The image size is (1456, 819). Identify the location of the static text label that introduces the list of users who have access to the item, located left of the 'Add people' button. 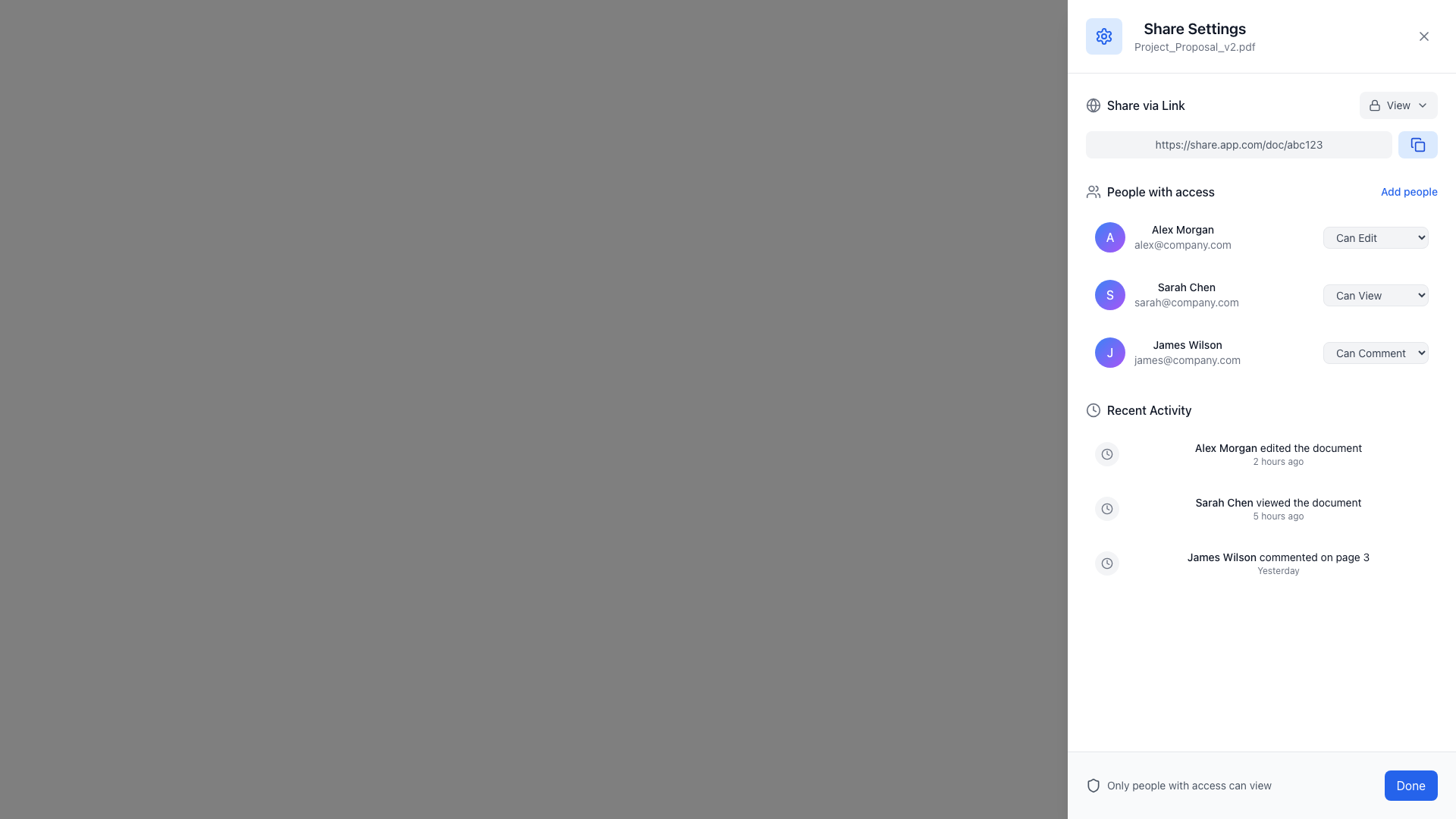
(1150, 191).